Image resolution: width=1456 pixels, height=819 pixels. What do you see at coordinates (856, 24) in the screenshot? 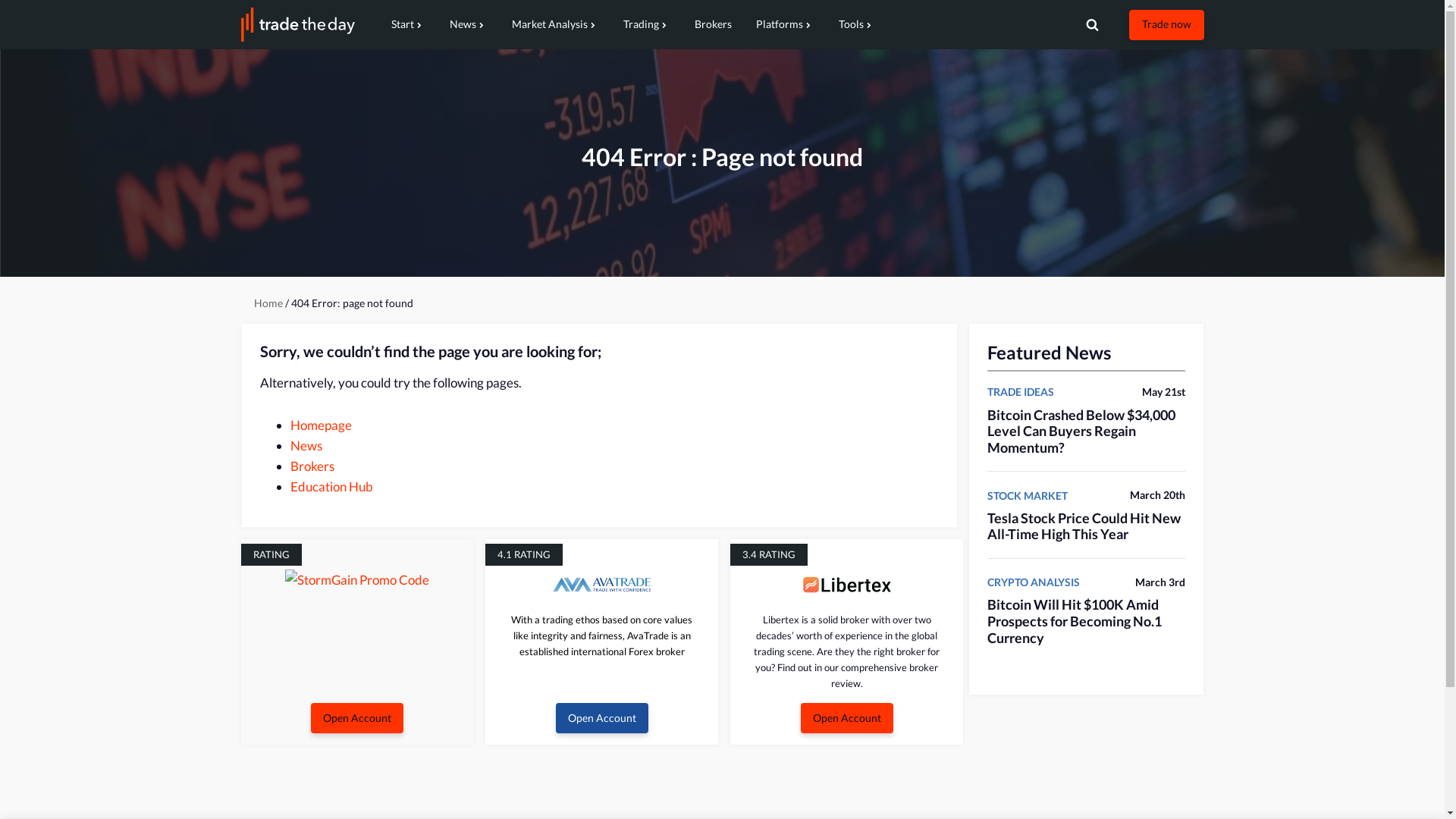
I see `'Tools'` at bounding box center [856, 24].